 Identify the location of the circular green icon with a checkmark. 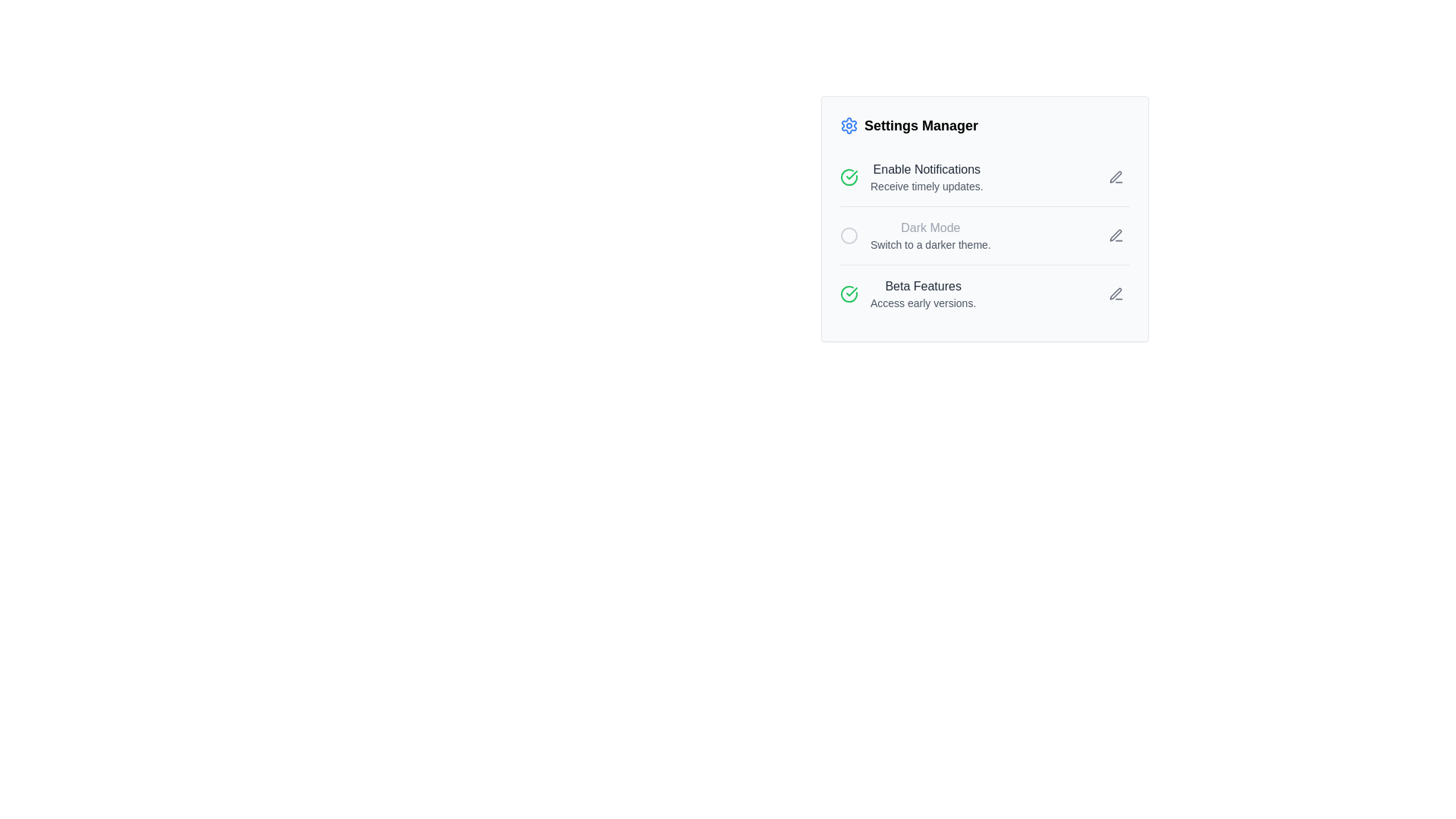
(848, 294).